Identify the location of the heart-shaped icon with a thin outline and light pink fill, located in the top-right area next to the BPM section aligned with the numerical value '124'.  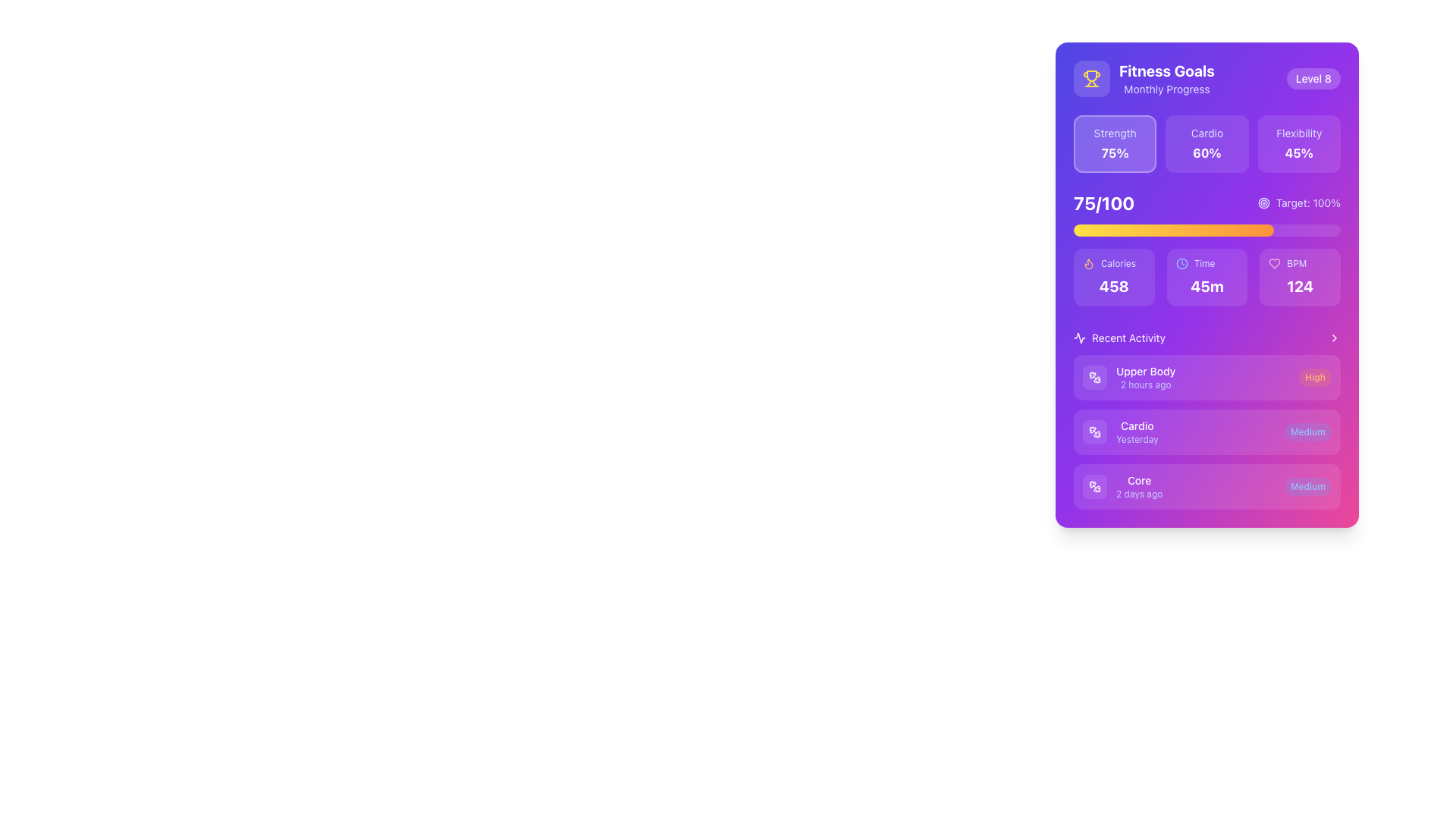
(1274, 262).